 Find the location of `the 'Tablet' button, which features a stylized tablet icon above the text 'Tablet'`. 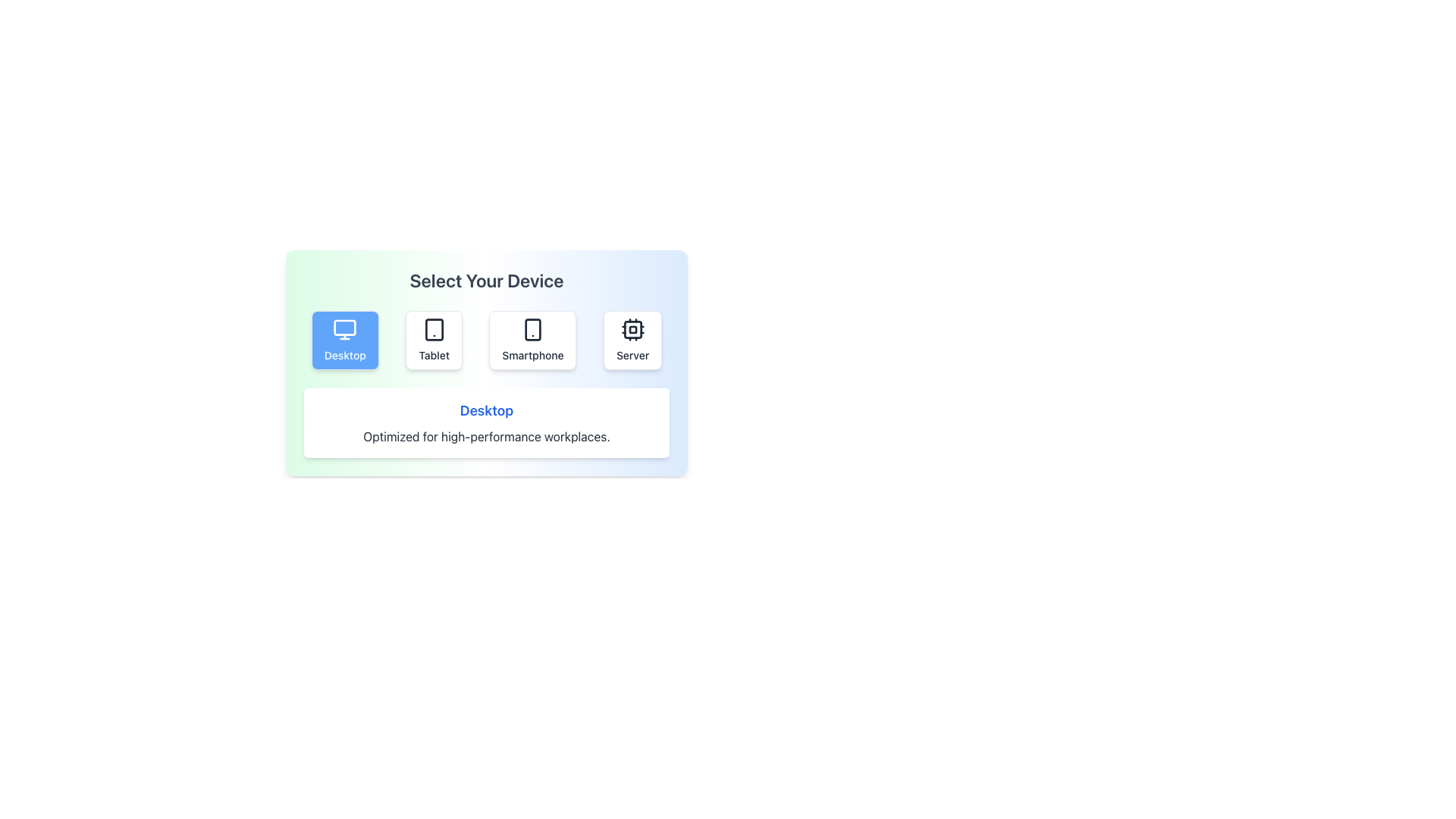

the 'Tablet' button, which features a stylized tablet icon above the text 'Tablet' is located at coordinates (433, 339).